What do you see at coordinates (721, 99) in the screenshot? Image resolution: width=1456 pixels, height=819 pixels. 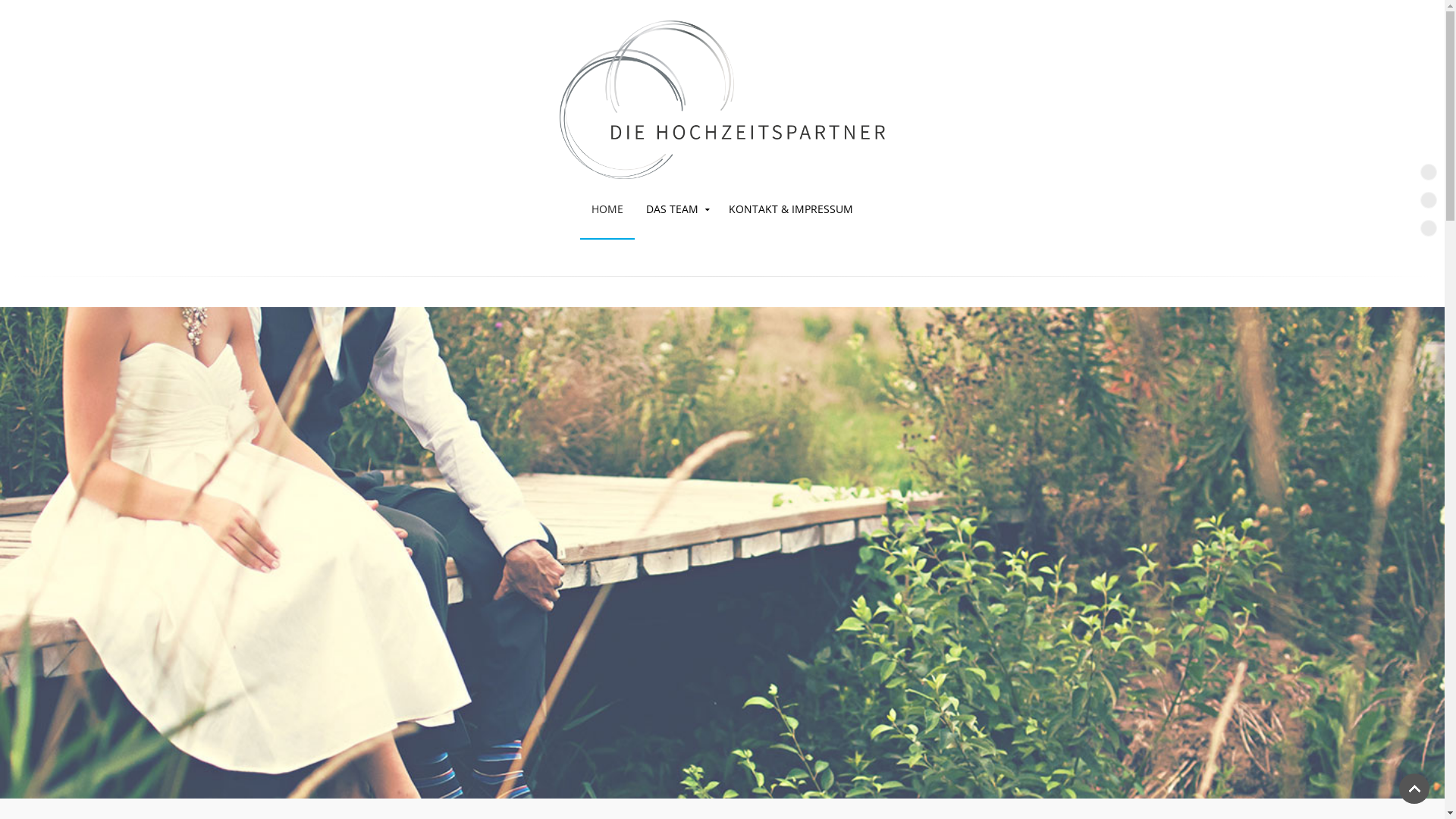 I see `'Logo Hochzeitspartner'` at bounding box center [721, 99].